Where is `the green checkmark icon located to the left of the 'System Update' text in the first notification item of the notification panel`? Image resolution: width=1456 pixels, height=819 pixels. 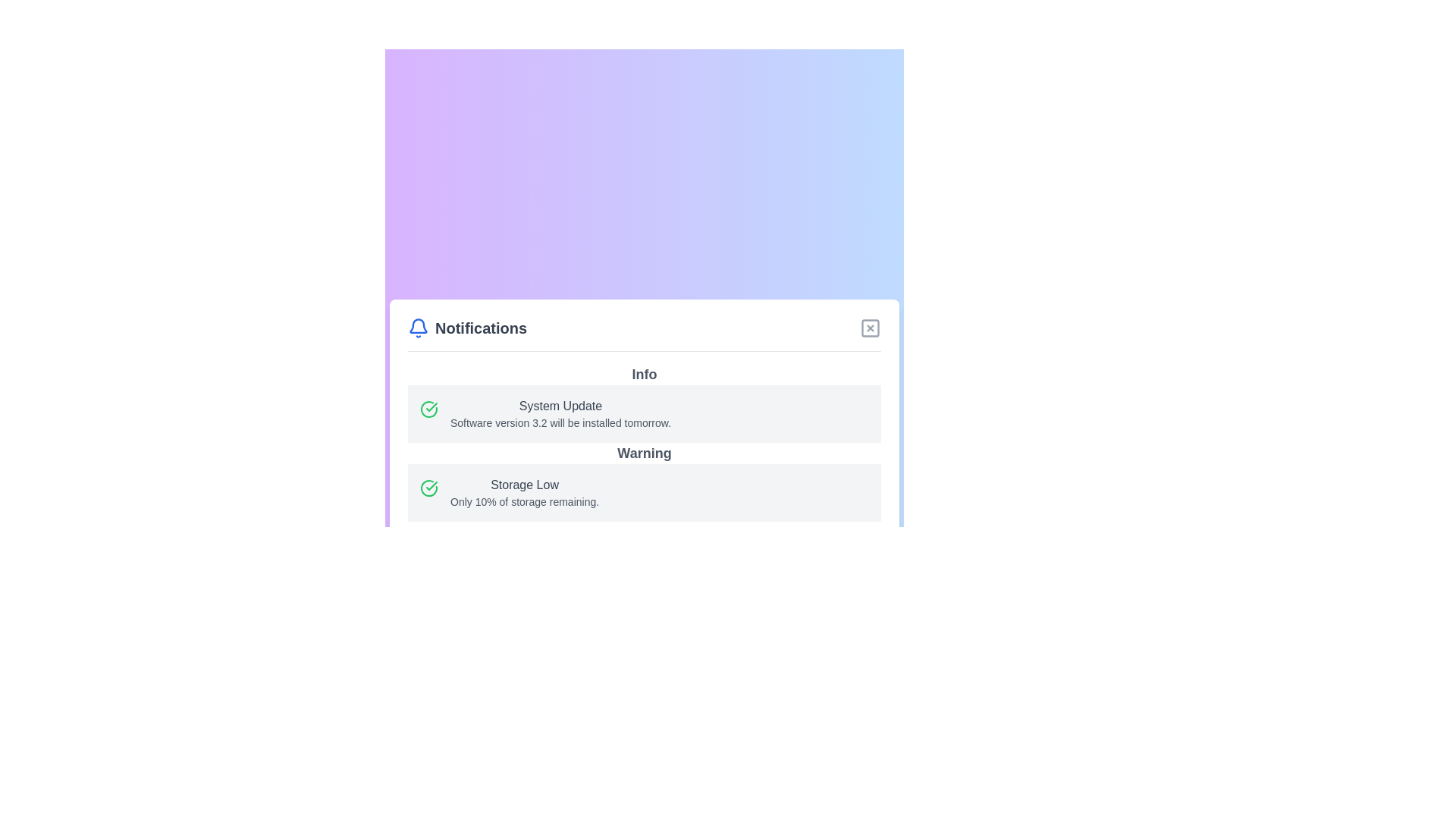 the green checkmark icon located to the left of the 'System Update' text in the first notification item of the notification panel is located at coordinates (431, 485).